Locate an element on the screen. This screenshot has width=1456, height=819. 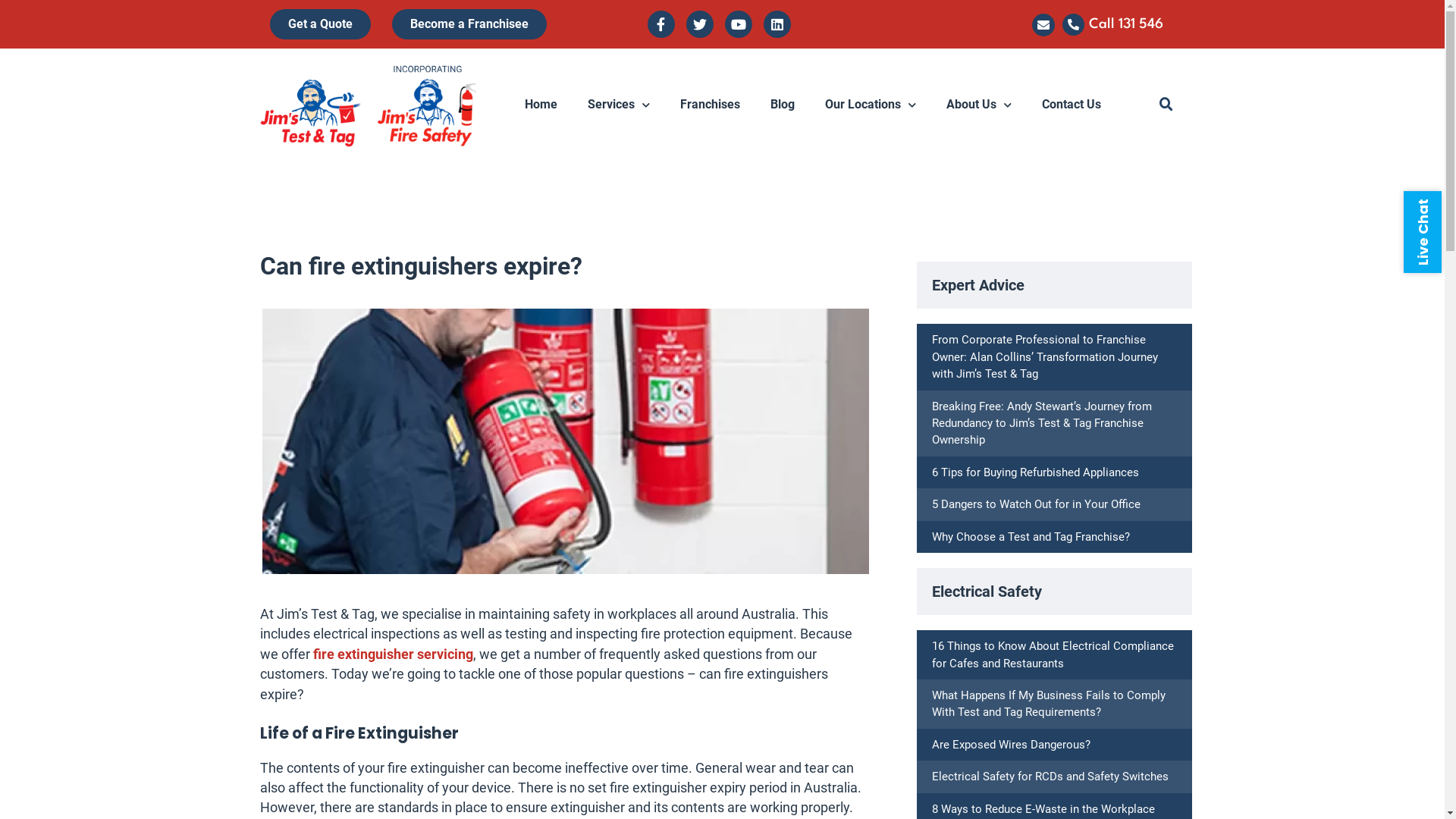
'Electrical Safety for RCDs and Safety Switches' is located at coordinates (1050, 776).